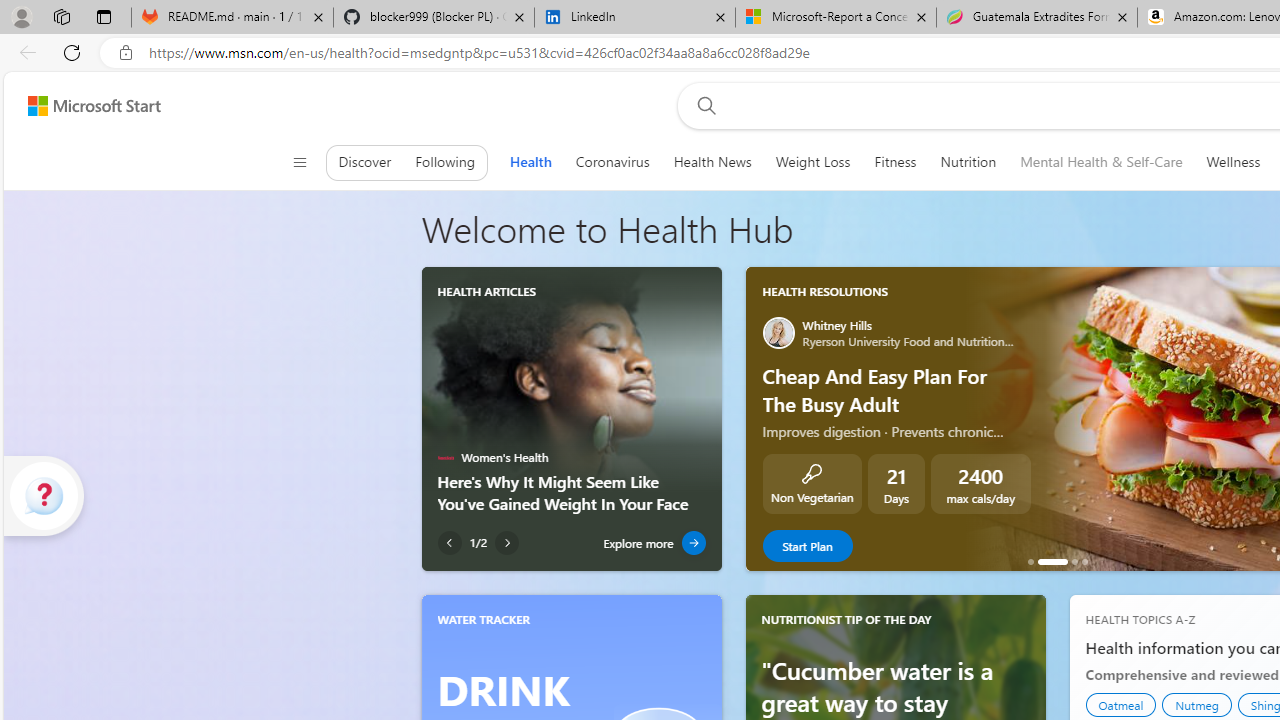  What do you see at coordinates (968, 161) in the screenshot?
I see `'Nutrition'` at bounding box center [968, 161].